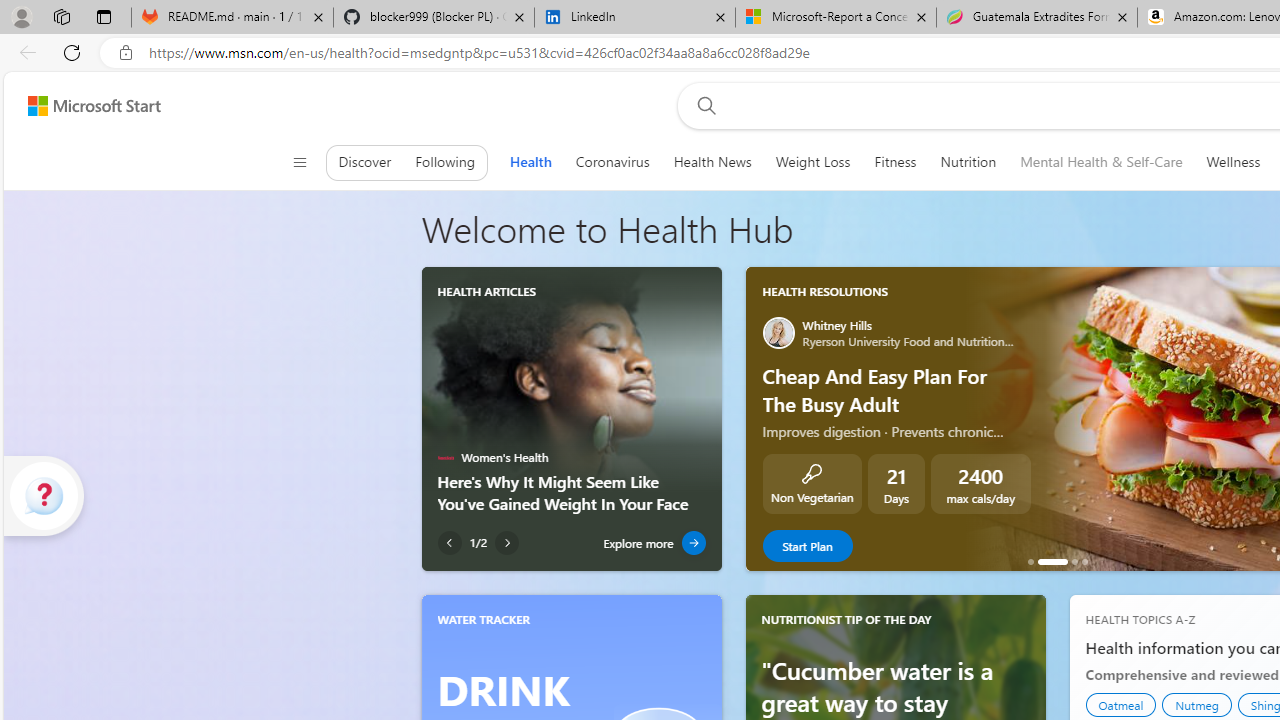  What do you see at coordinates (968, 161) in the screenshot?
I see `'Nutrition'` at bounding box center [968, 161].